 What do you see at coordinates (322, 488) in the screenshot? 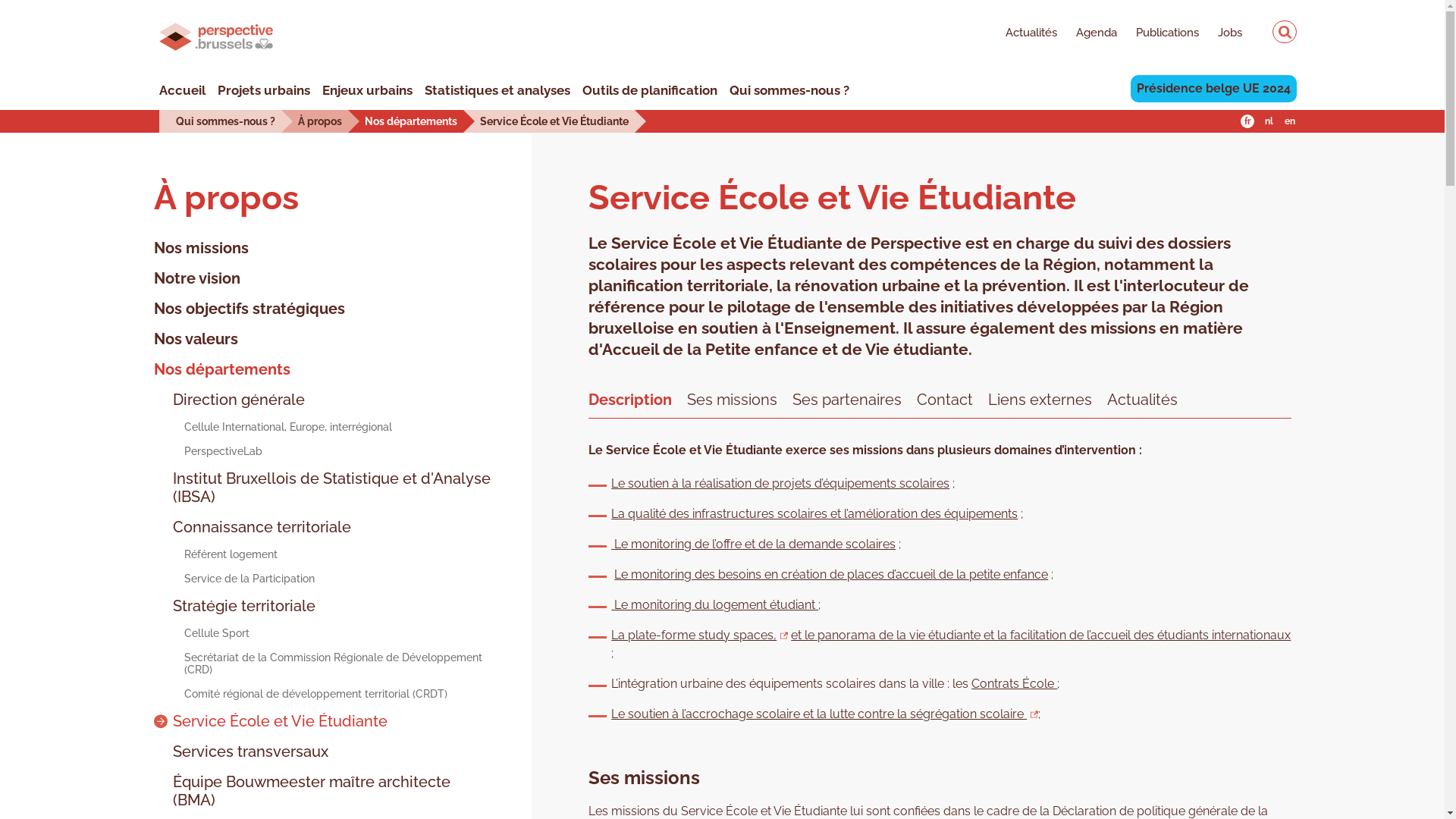
I see `'Institut Bruxellois de Statistique et d'Analyse (IBSA)'` at bounding box center [322, 488].